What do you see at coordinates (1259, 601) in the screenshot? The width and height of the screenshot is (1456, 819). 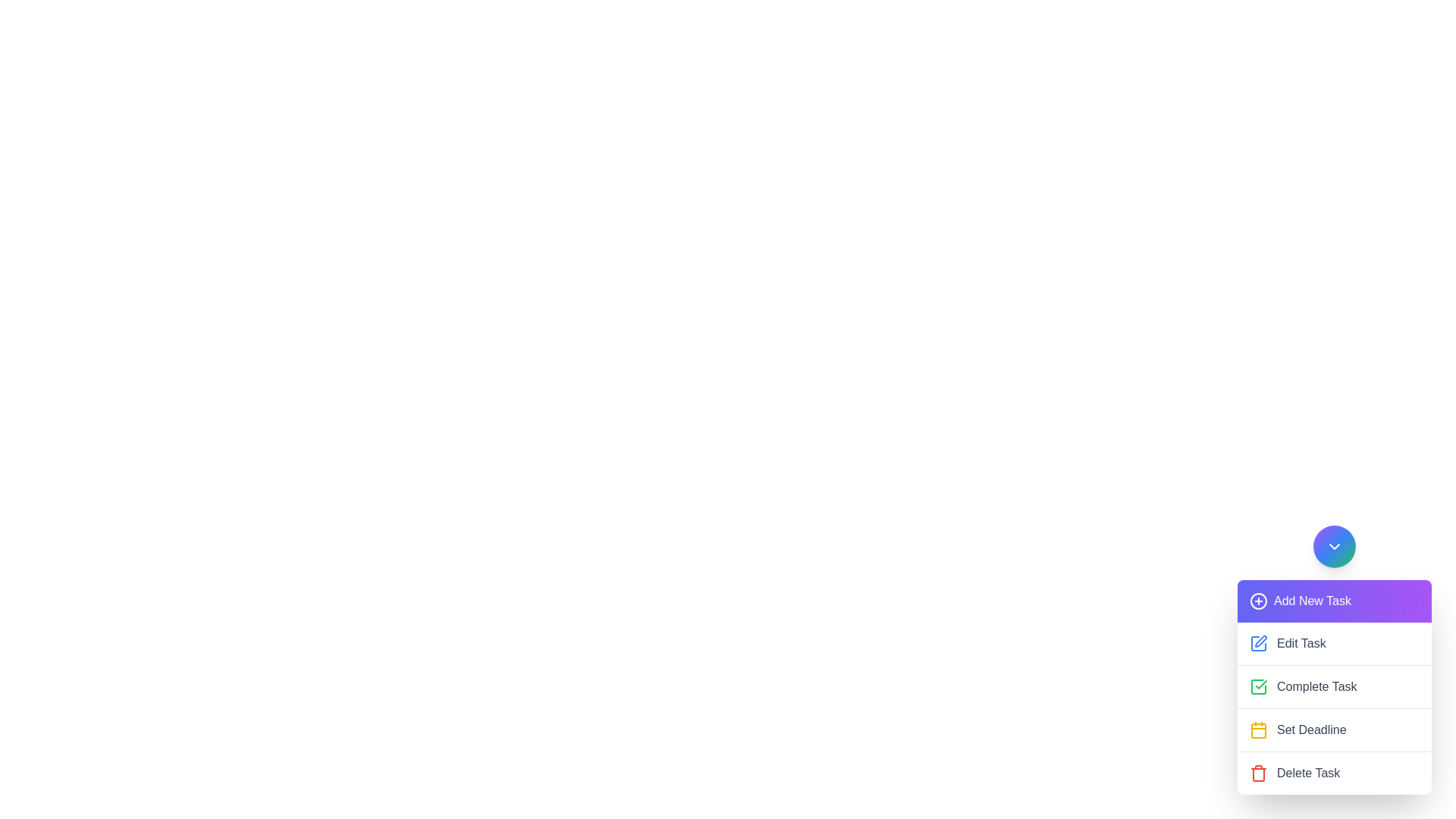 I see `circular icon with a plus sign inside, located at the top-left corner of the 'Add New Task' button, for styling` at bounding box center [1259, 601].